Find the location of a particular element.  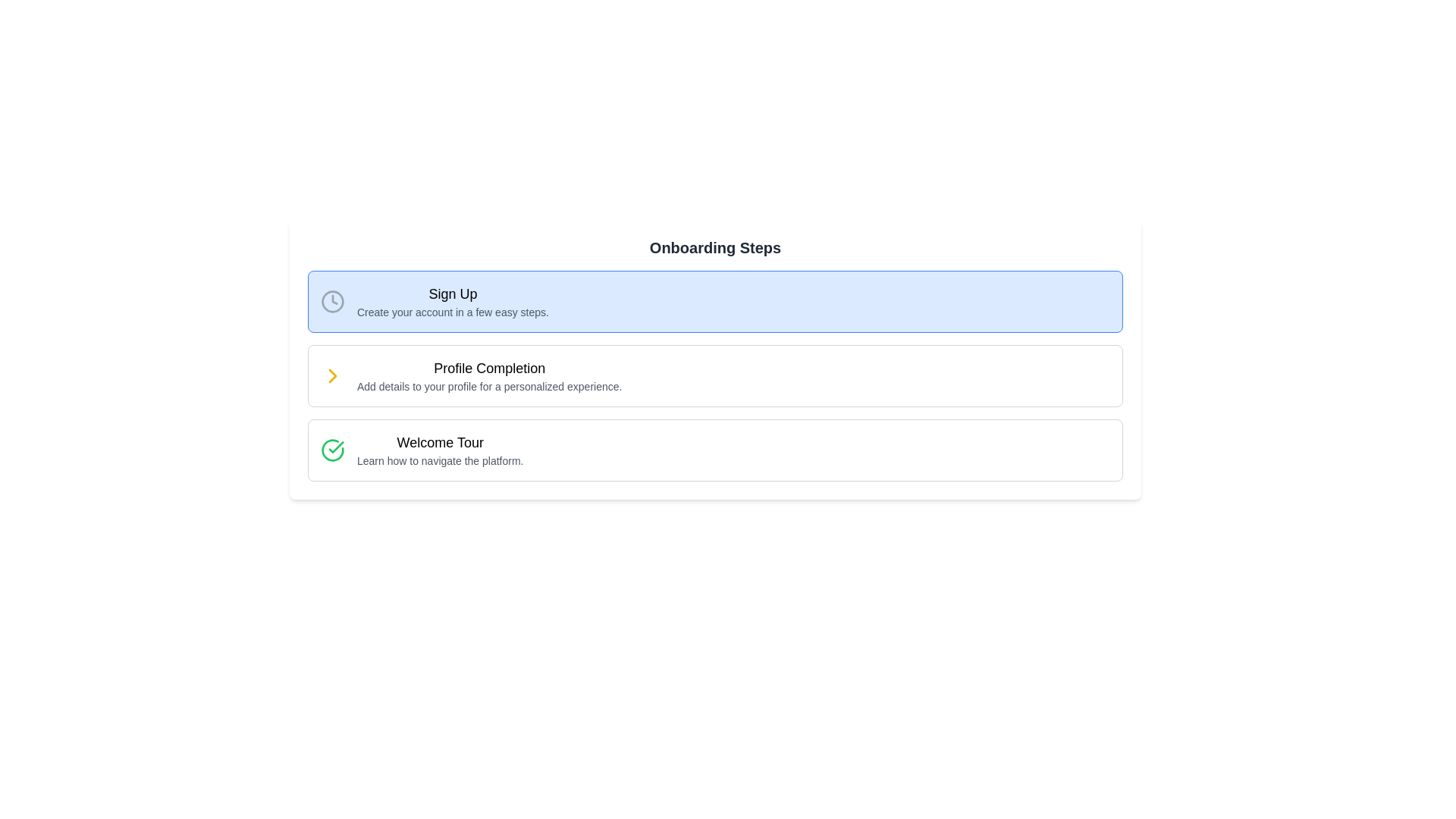

the small right-angled triangular indicator pointing downwards, which is part of the clock icon in the first onboarding step labeled 'Sign Up' is located at coordinates (334, 300).